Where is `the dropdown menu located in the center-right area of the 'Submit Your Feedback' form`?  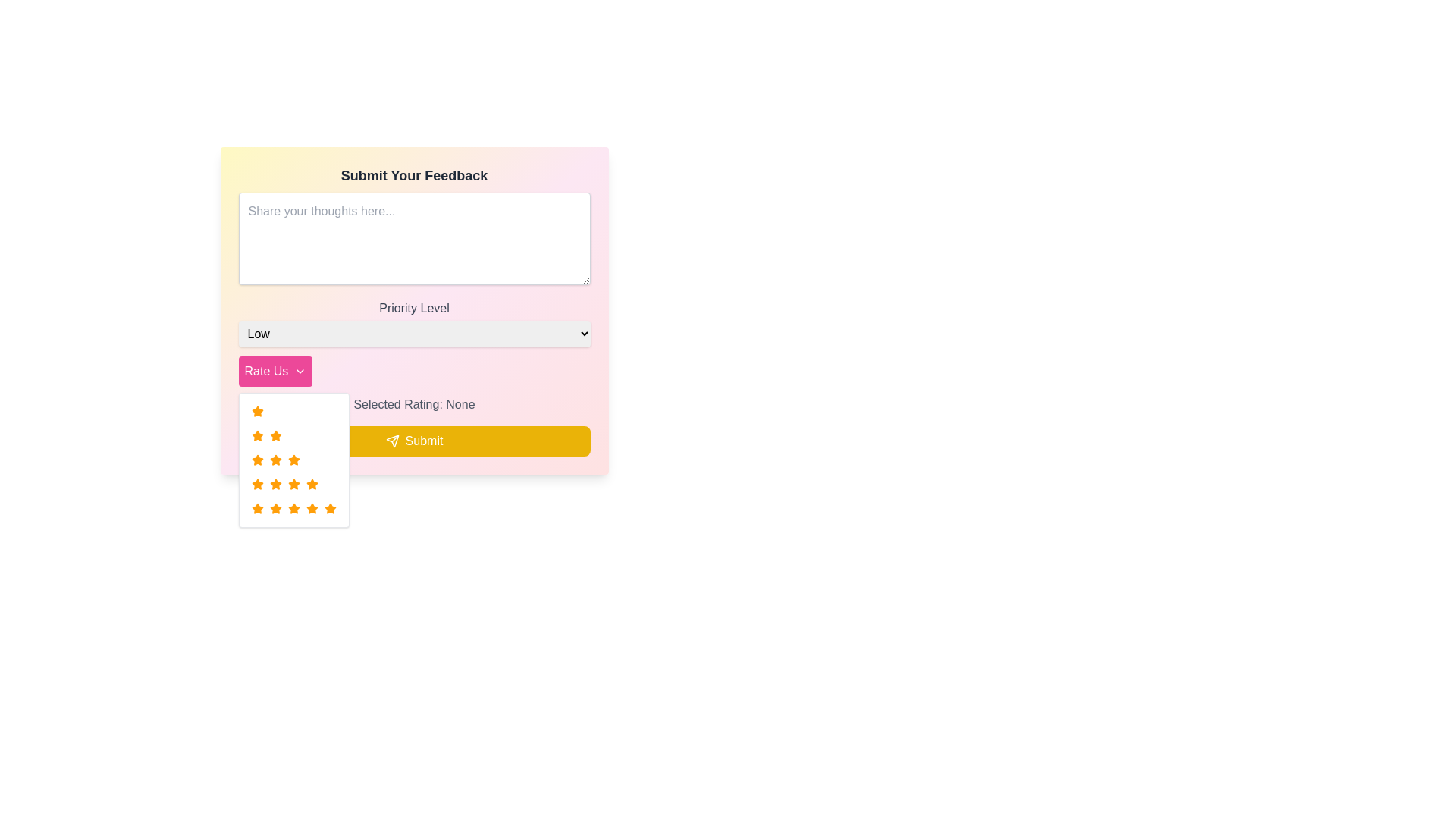 the dropdown menu located in the center-right area of the 'Submit Your Feedback' form is located at coordinates (414, 322).